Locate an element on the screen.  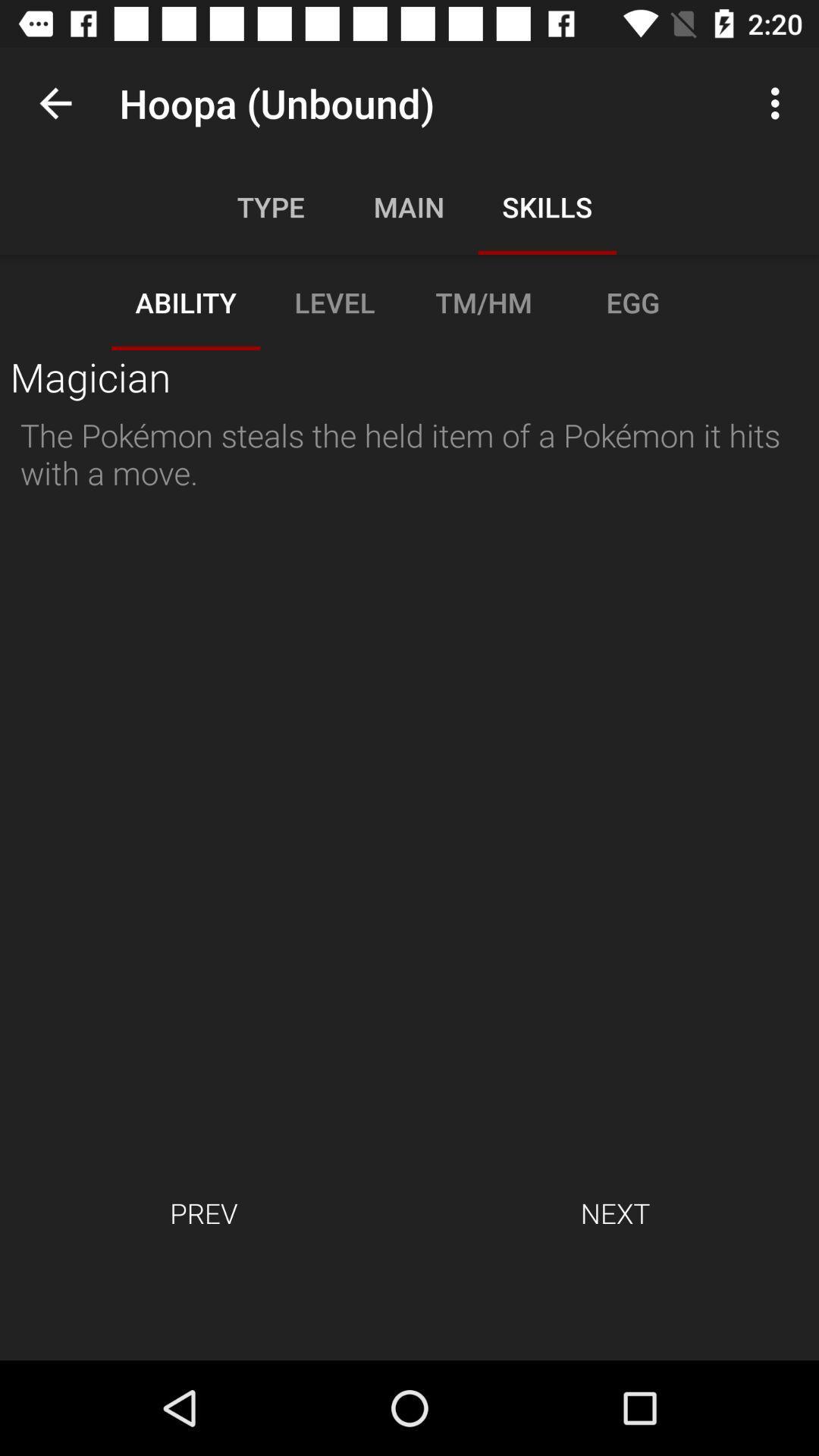
the icon to the left of the hoopa (unbound) icon is located at coordinates (55, 102).